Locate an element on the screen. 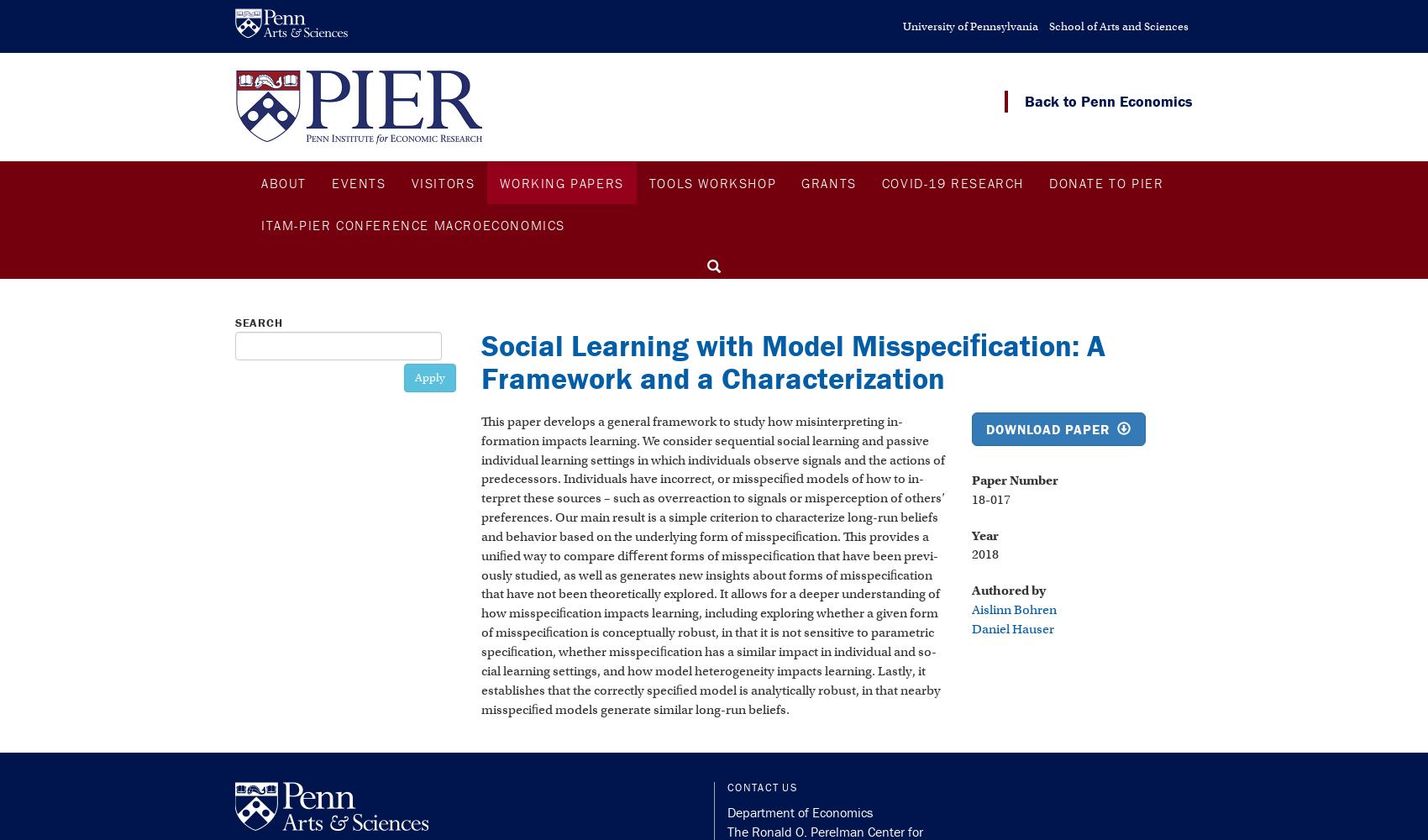  'Working Papers' is located at coordinates (561, 181).